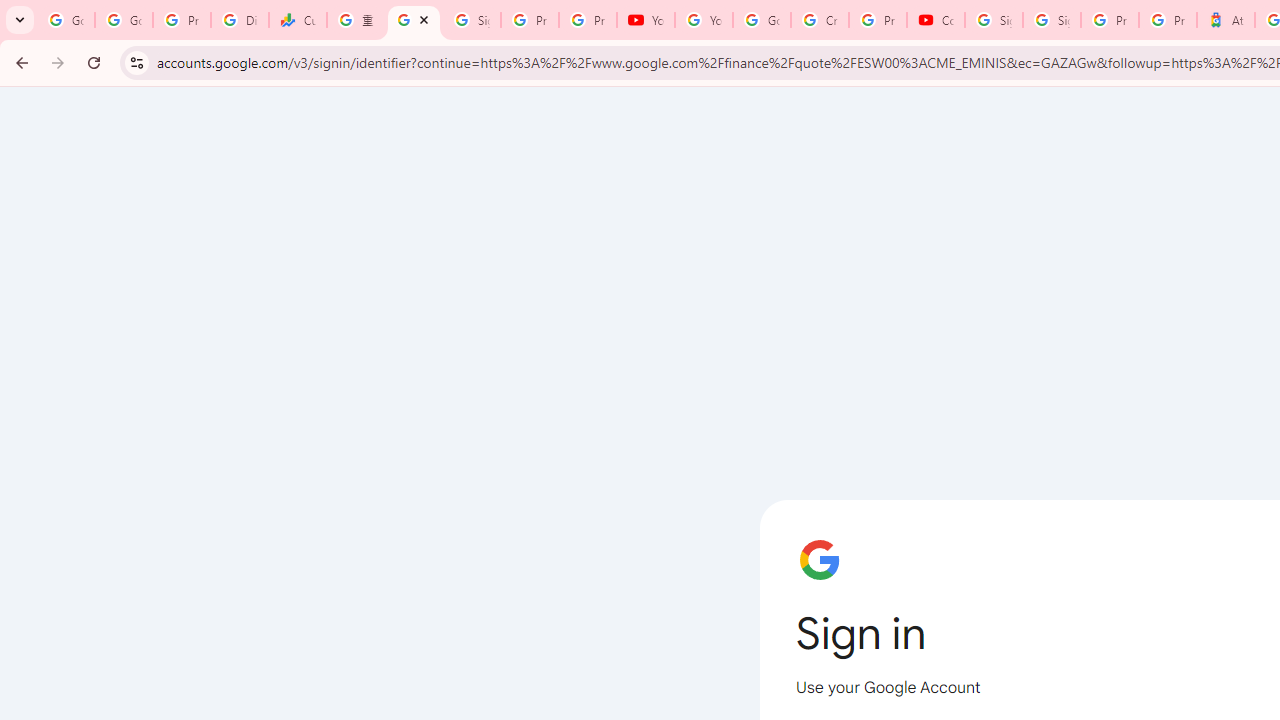 This screenshot has height=720, width=1280. What do you see at coordinates (819, 20) in the screenshot?
I see `'Create your Google Account'` at bounding box center [819, 20].